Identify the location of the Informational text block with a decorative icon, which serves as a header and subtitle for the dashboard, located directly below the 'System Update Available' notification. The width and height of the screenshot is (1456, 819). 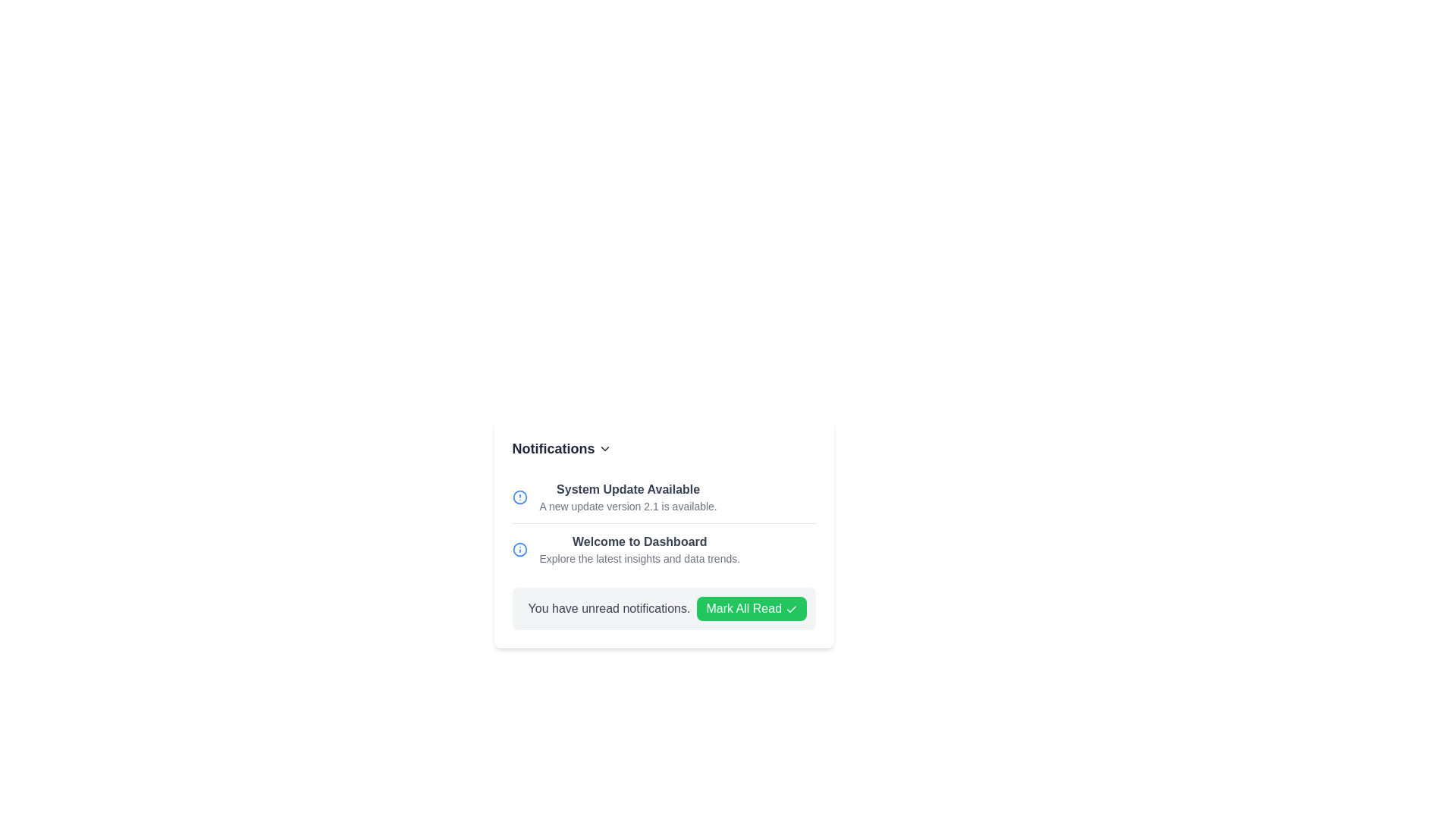
(664, 549).